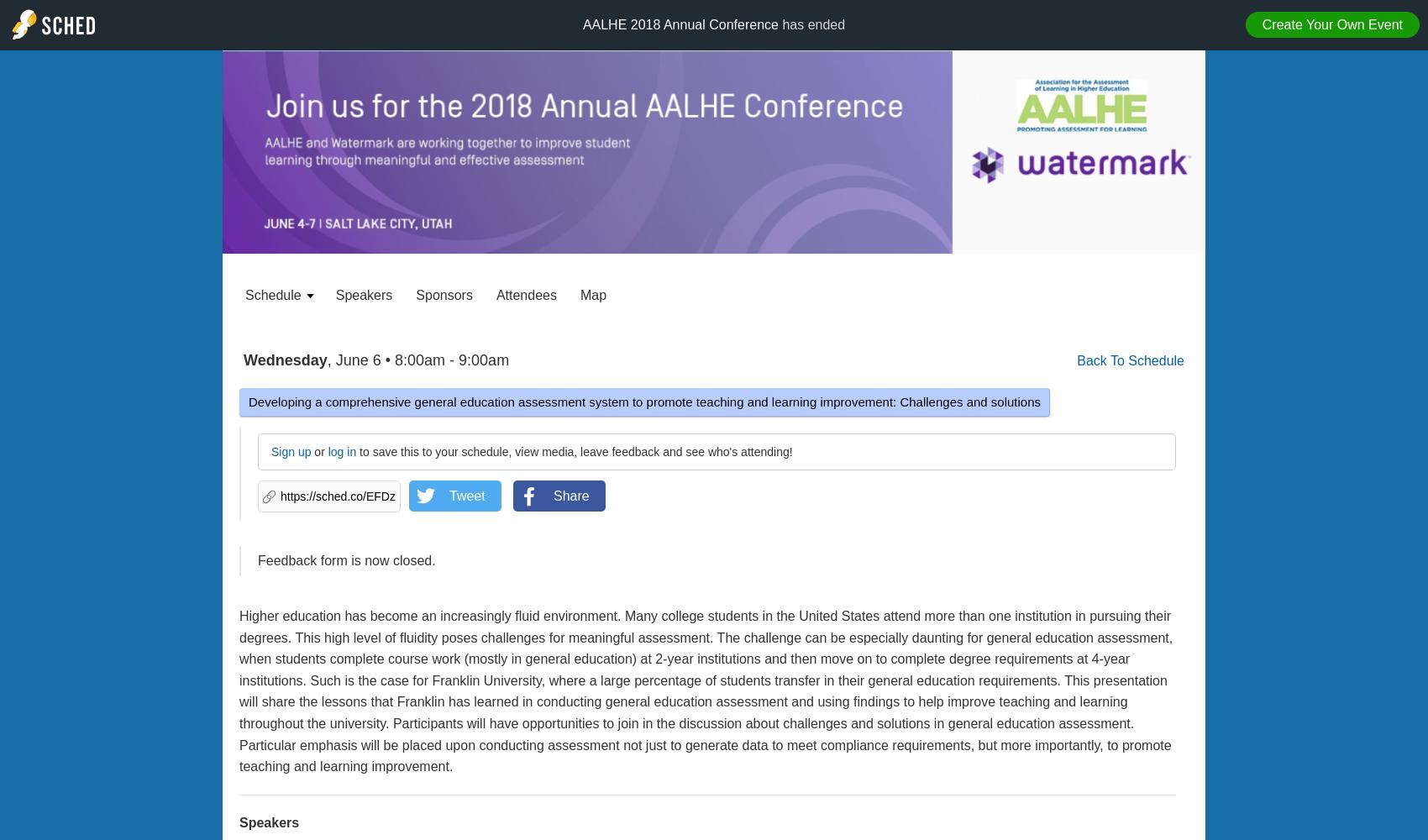 This screenshot has height=840, width=1428. Describe the element at coordinates (318, 452) in the screenshot. I see `'or'` at that location.